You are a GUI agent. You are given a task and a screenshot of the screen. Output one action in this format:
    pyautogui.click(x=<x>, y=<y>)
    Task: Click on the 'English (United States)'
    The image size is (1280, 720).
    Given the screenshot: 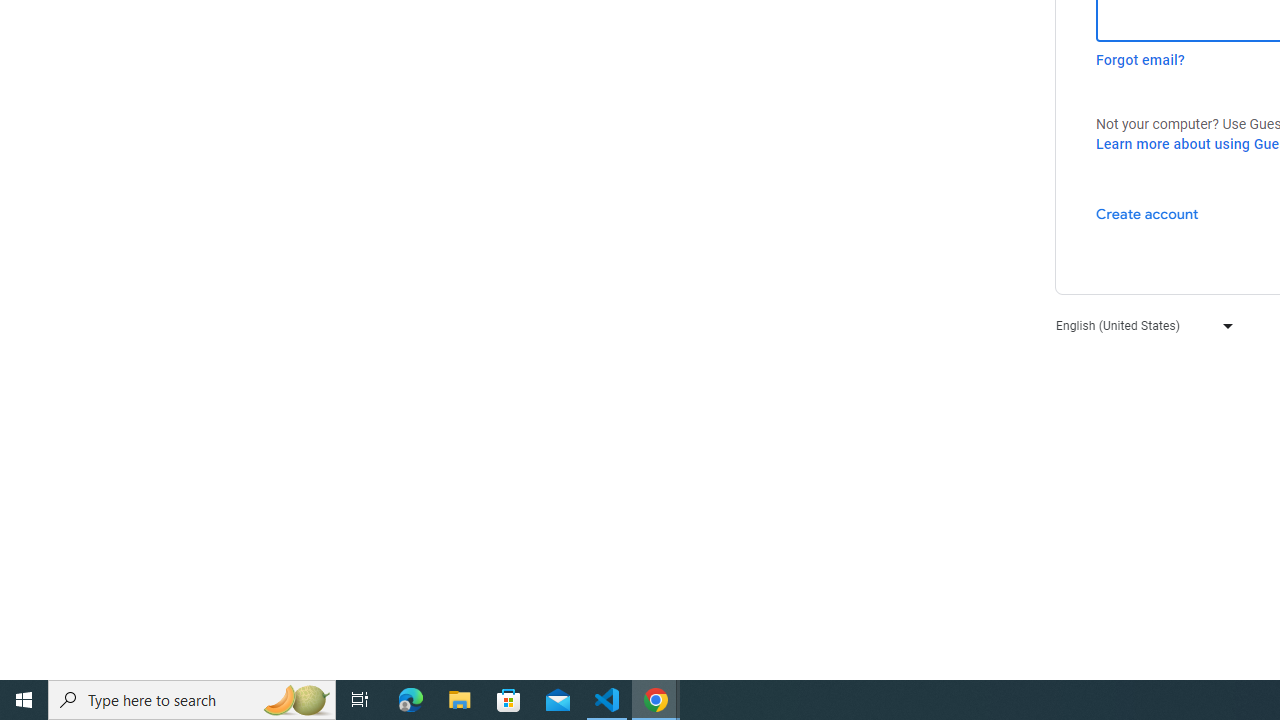 What is the action you would take?
    pyautogui.click(x=1139, y=324)
    